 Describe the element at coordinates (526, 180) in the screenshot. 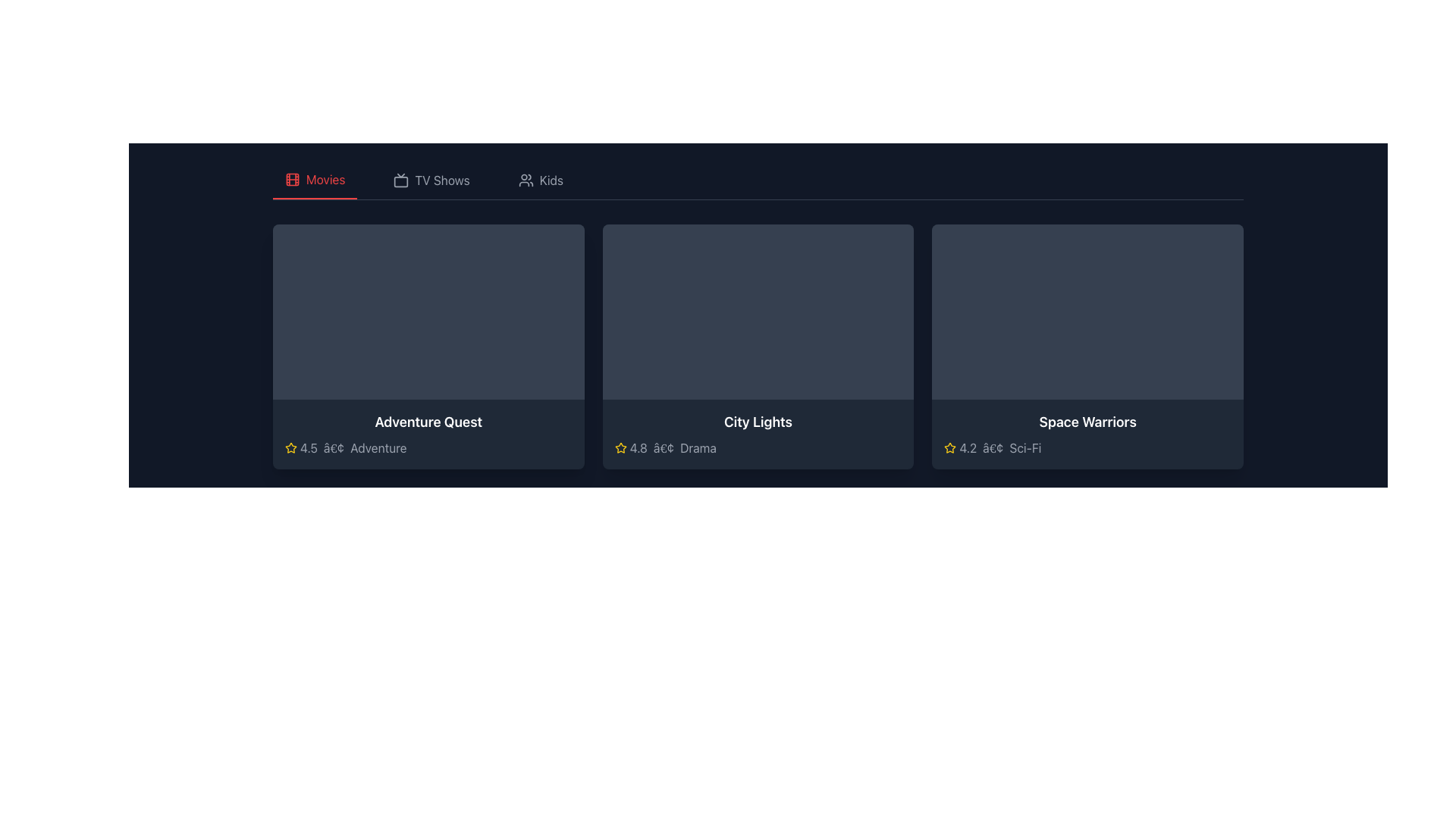

I see `the SVG icon representing multiple users in the 'Kids' tab section` at that location.